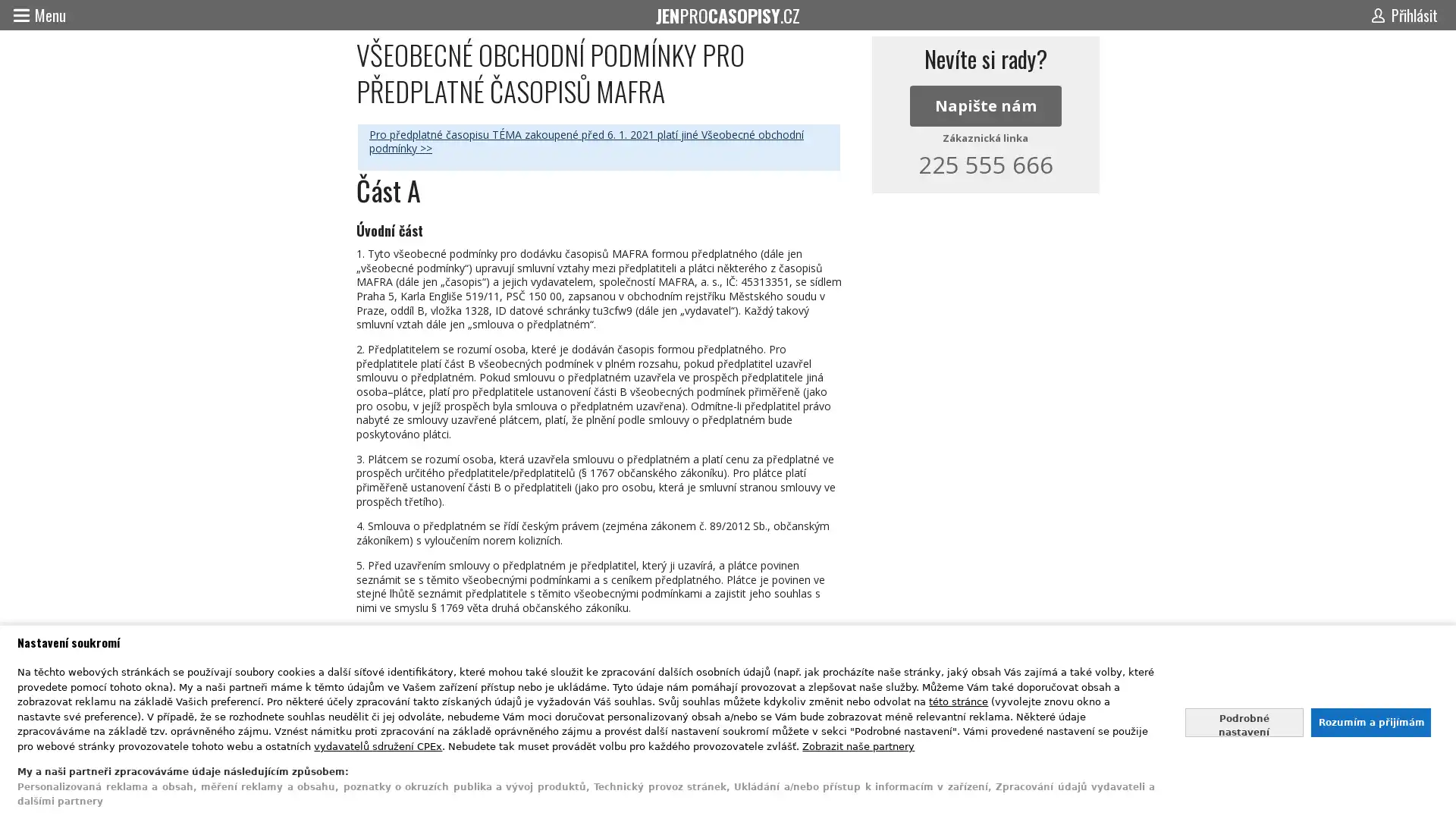  I want to click on Zobrazit nase partnery, so click(858, 745).